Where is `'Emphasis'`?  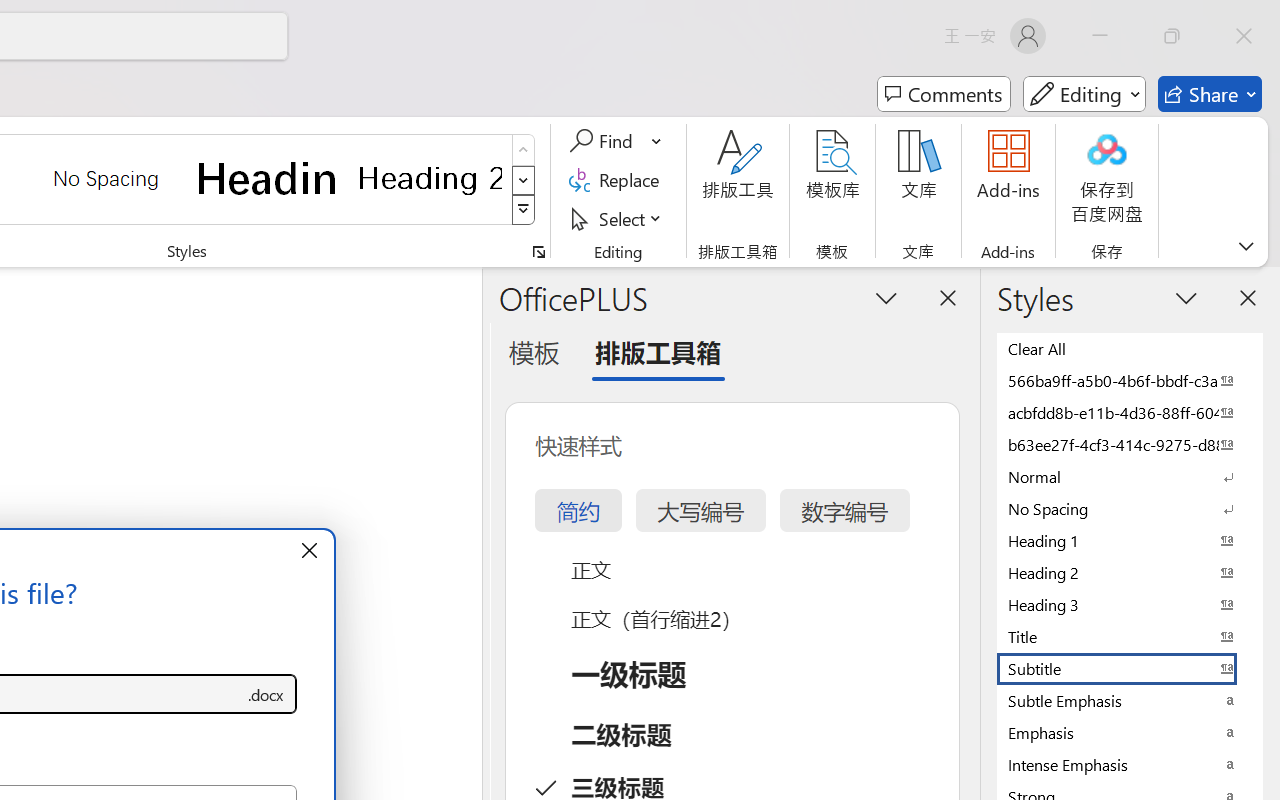
'Emphasis' is located at coordinates (1130, 731).